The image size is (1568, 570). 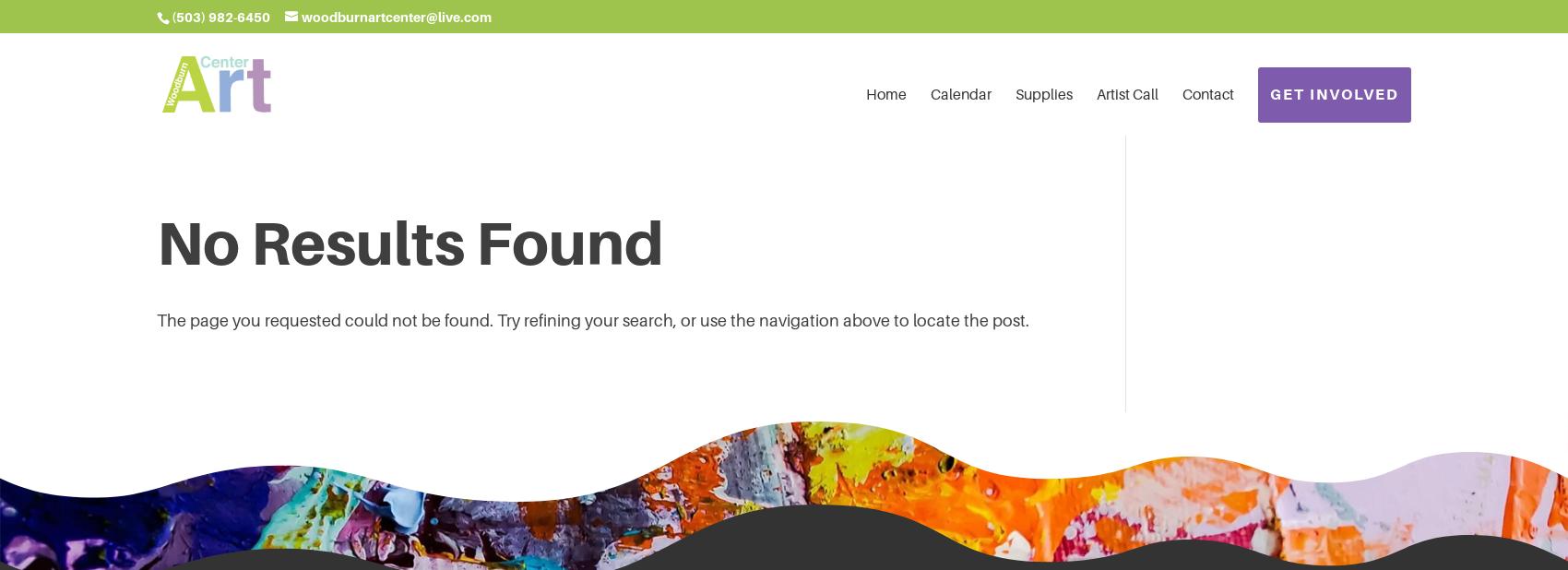 What do you see at coordinates (959, 93) in the screenshot?
I see `'Calendar'` at bounding box center [959, 93].